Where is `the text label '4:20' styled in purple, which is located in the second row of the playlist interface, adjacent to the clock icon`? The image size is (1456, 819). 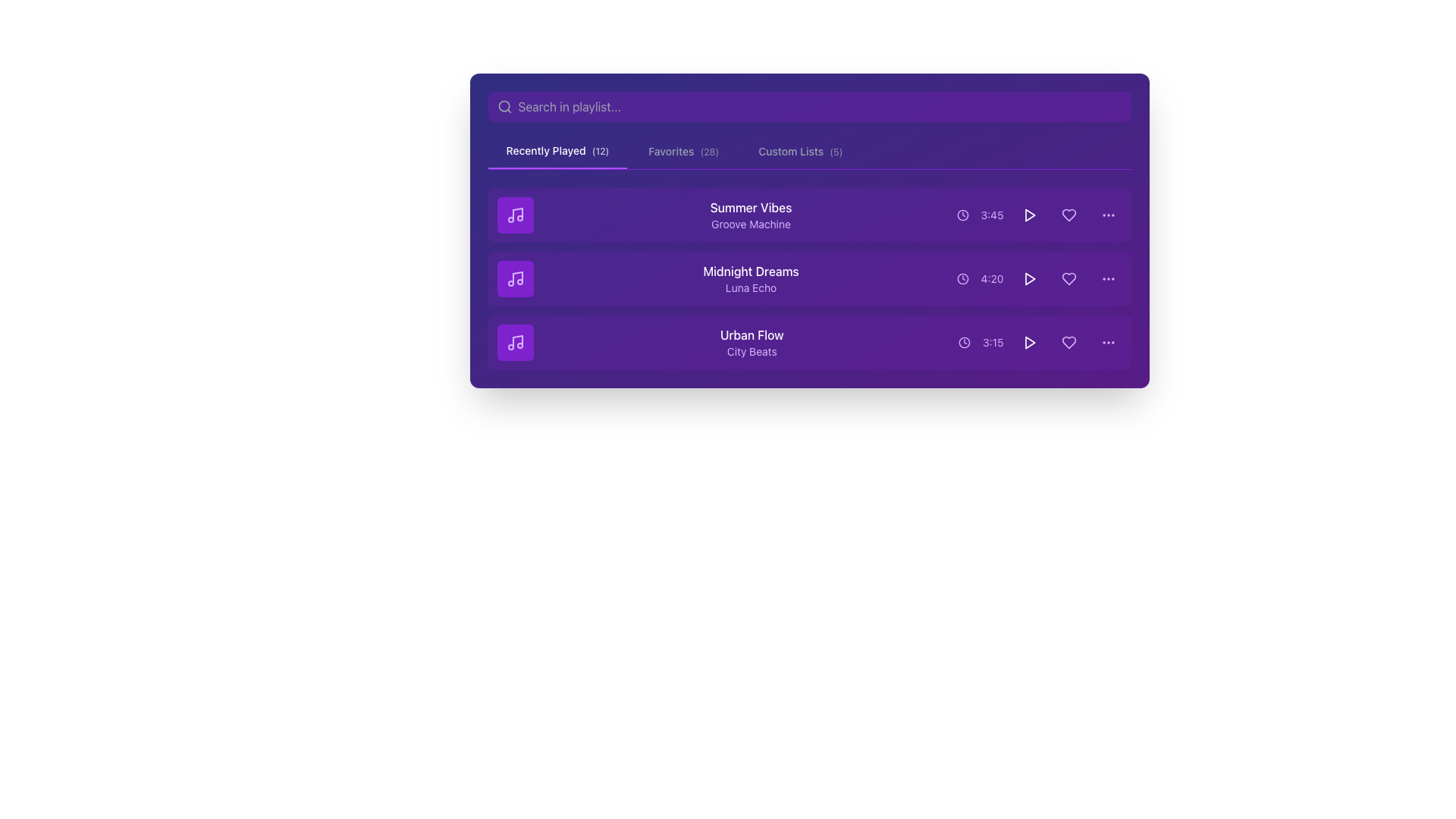 the text label '4:20' styled in purple, which is located in the second row of the playlist interface, adjacent to the clock icon is located at coordinates (992, 278).